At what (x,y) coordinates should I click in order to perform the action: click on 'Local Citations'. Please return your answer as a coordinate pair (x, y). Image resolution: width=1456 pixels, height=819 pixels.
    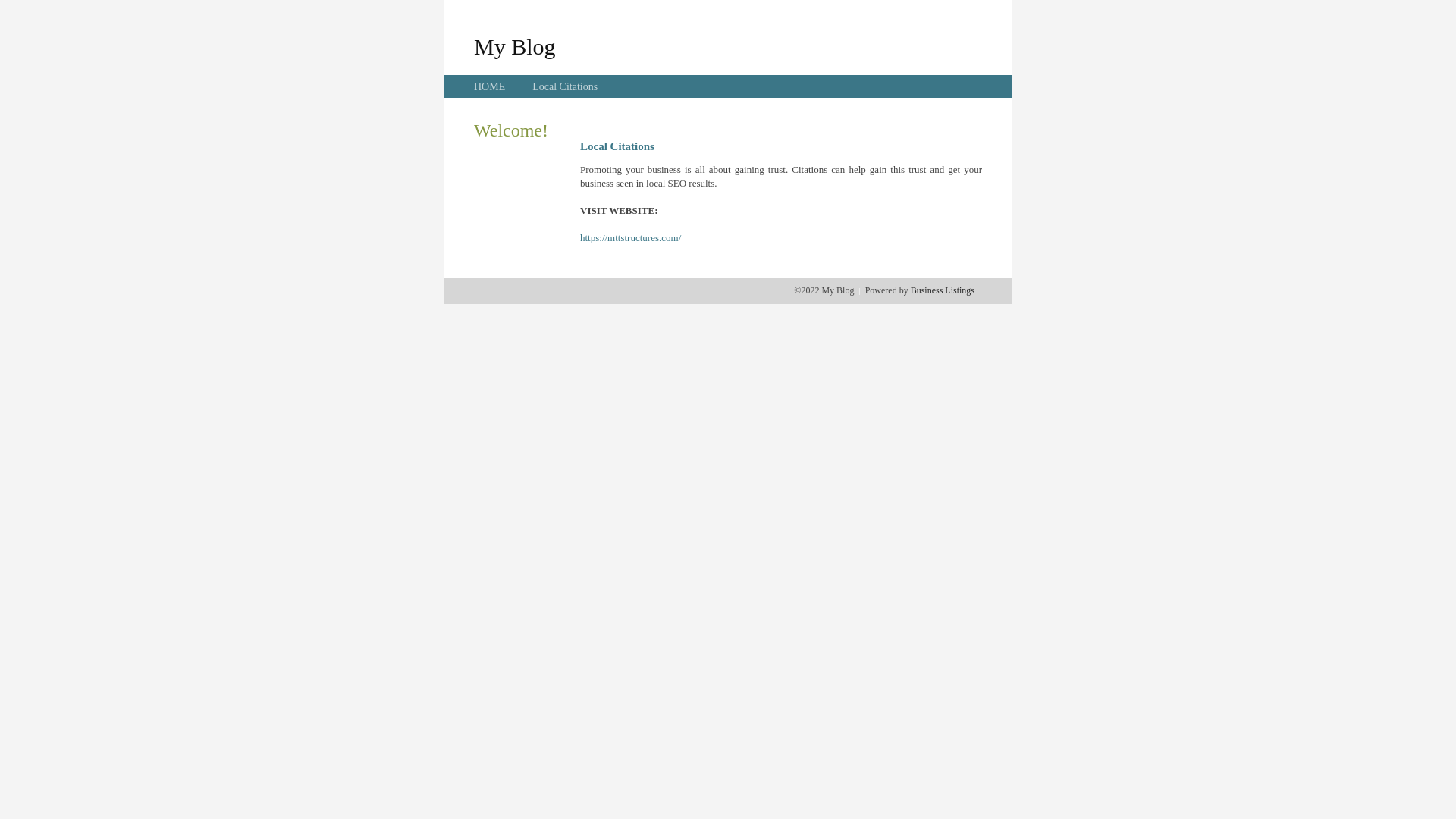
    Looking at the image, I should click on (532, 86).